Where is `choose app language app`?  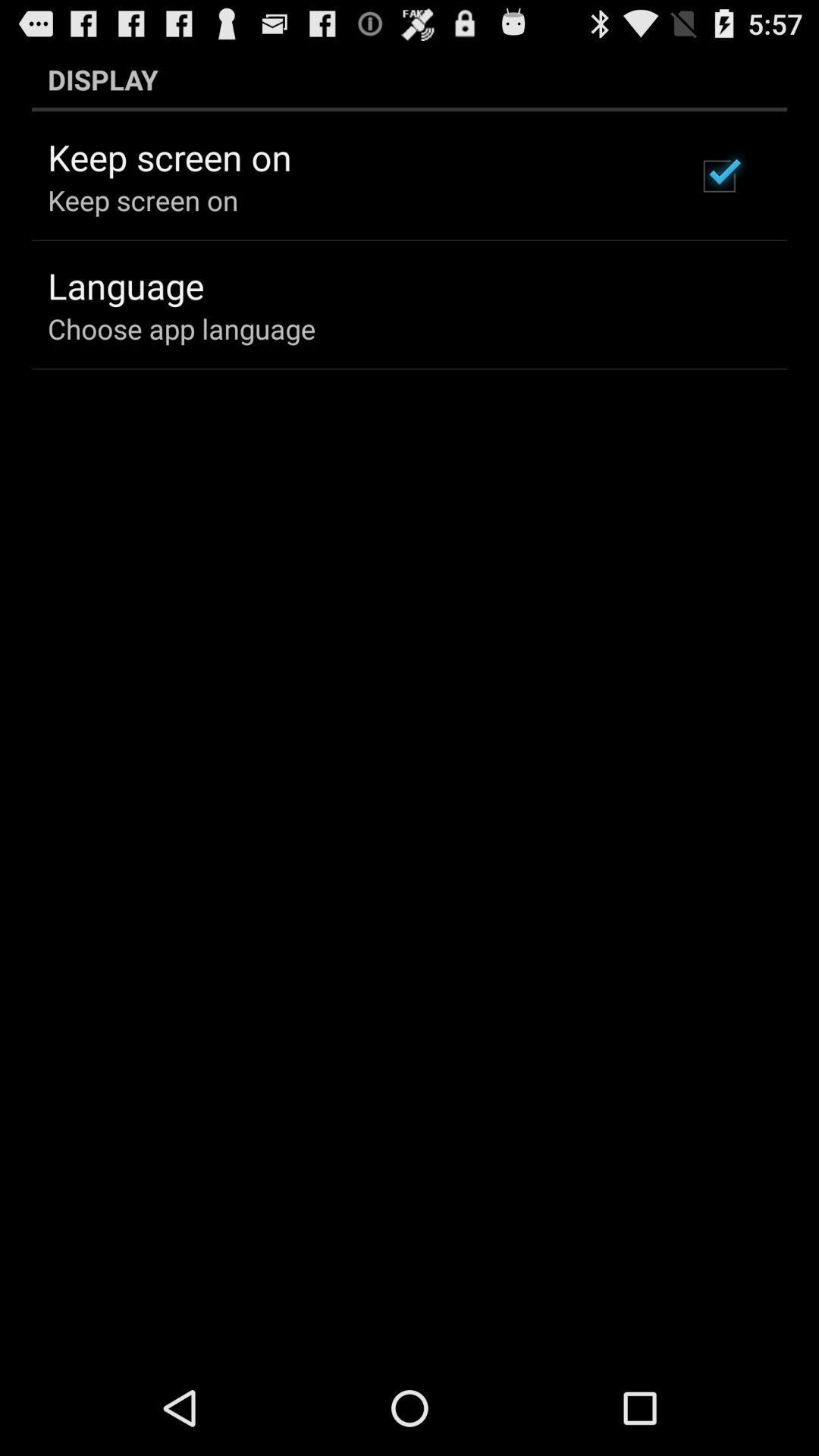
choose app language app is located at coordinates (180, 328).